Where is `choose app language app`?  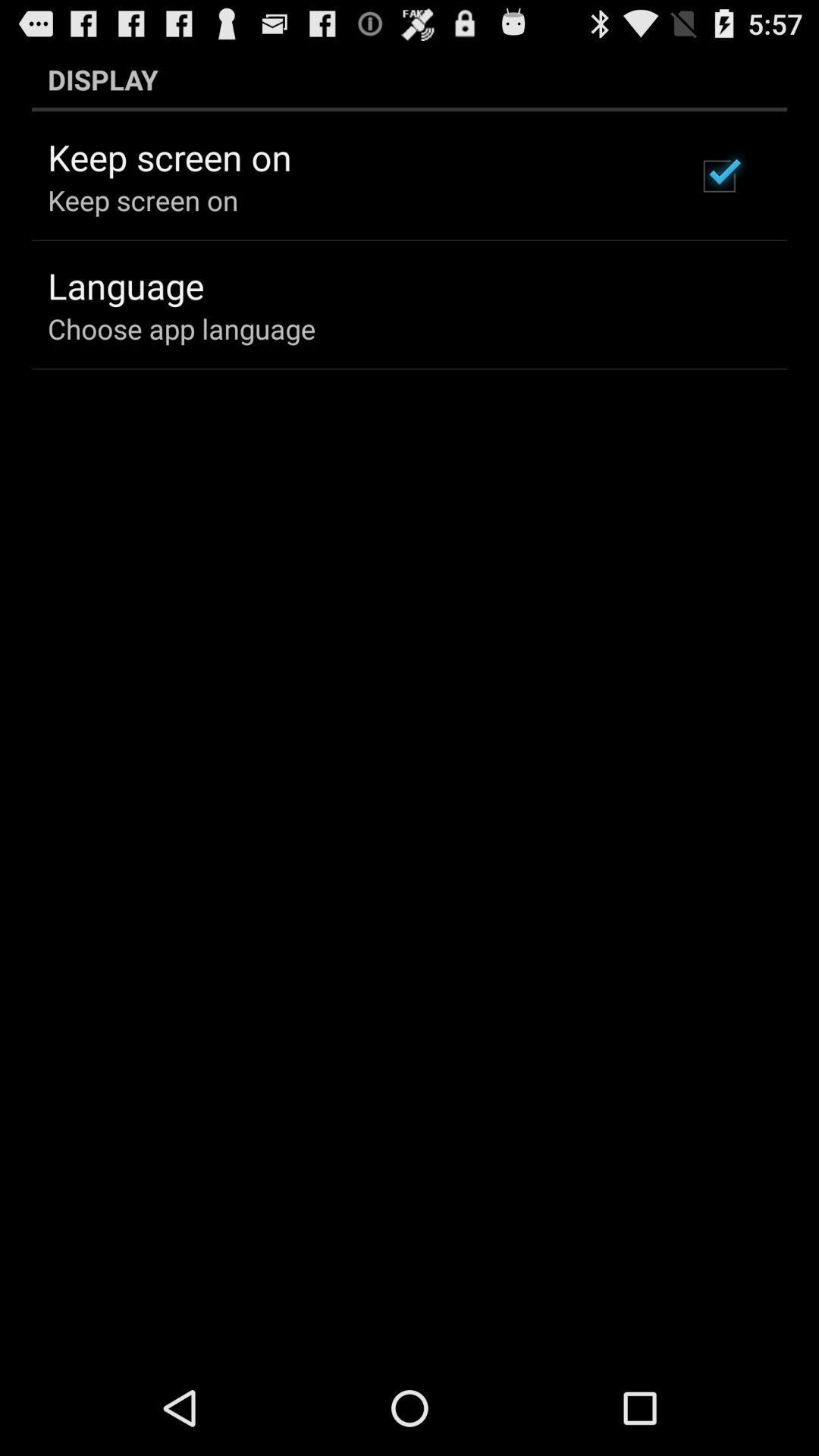
choose app language app is located at coordinates (180, 328).